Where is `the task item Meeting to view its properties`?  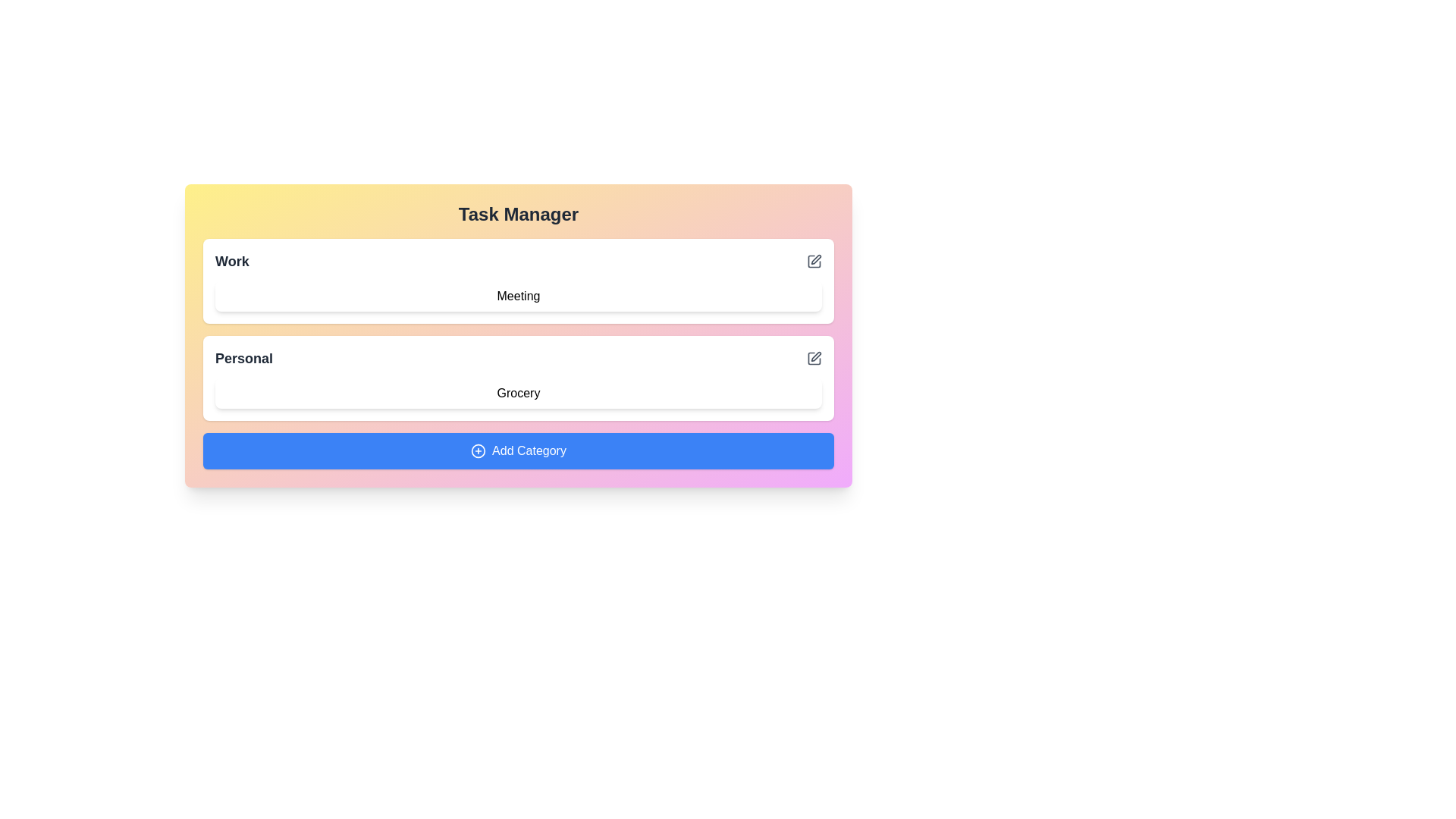 the task item Meeting to view its properties is located at coordinates (519, 296).